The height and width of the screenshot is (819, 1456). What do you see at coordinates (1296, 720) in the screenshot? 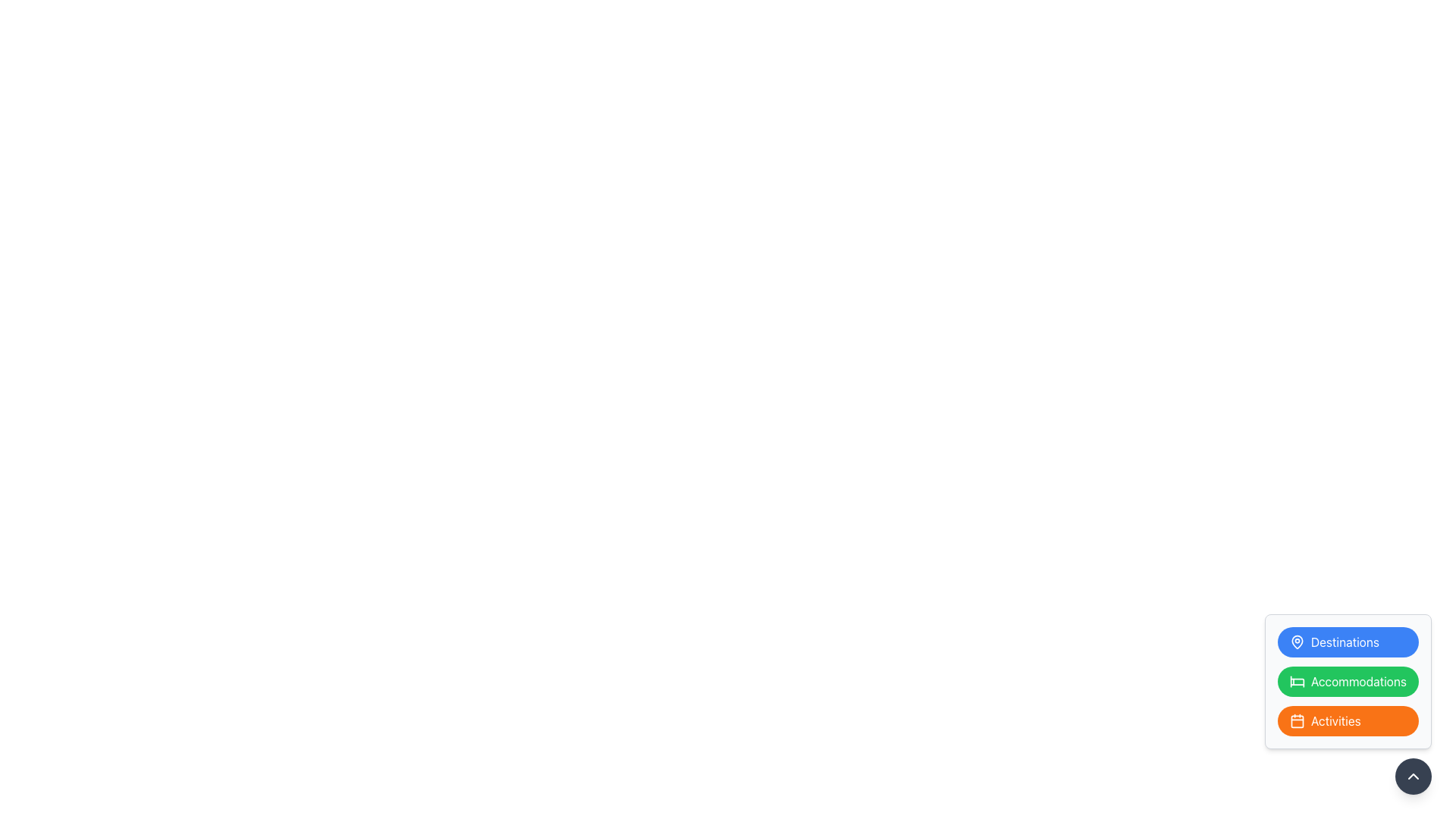
I see `the icon that represents activities, located as the first visual component to the left within the 'Activities' button at the bottom-right corner of the interface` at bounding box center [1296, 720].